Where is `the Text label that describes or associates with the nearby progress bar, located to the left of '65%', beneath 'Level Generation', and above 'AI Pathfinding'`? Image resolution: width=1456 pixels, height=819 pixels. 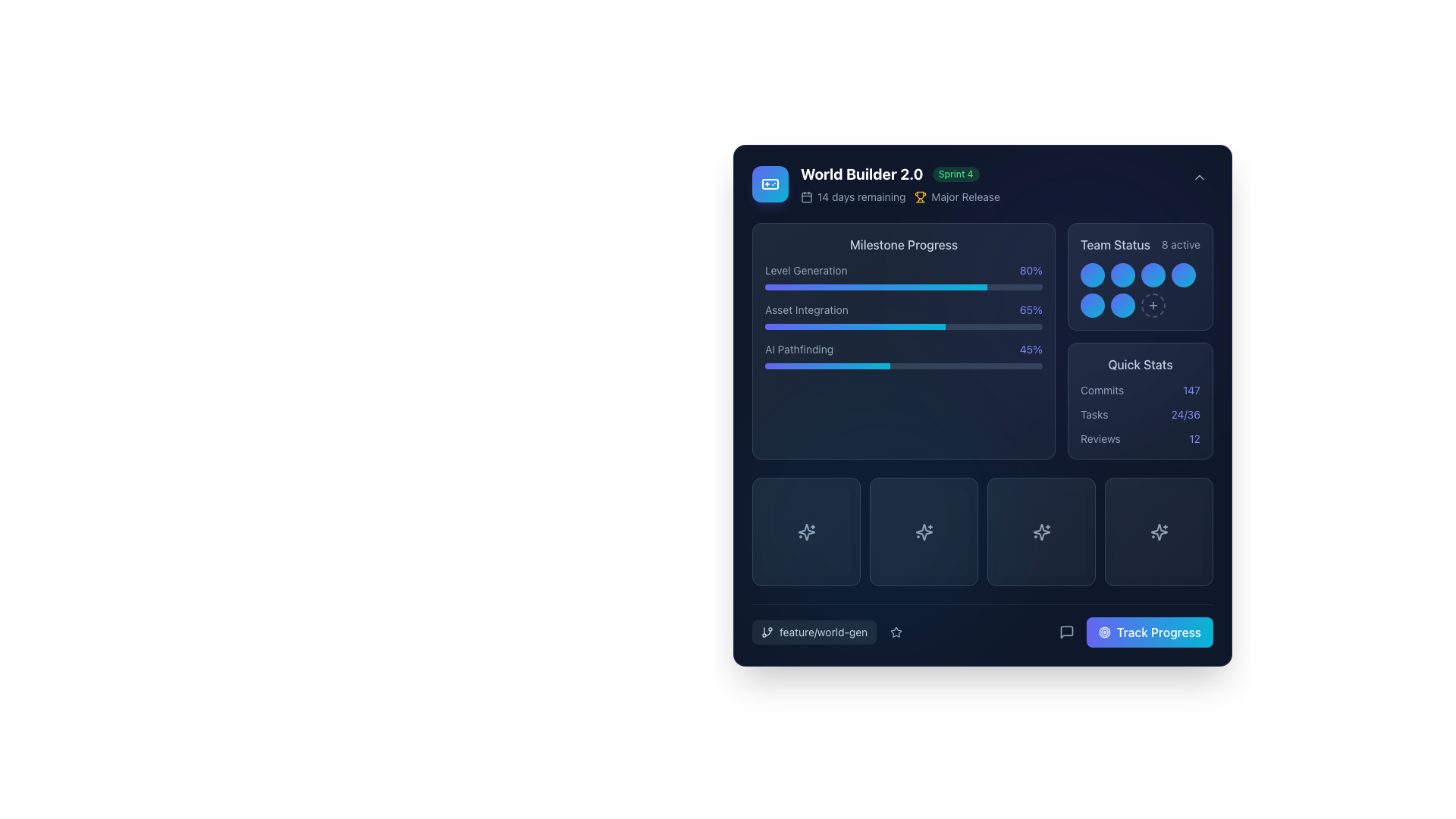 the Text label that describes or associates with the nearby progress bar, located to the left of '65%', beneath 'Level Generation', and above 'AI Pathfinding' is located at coordinates (805, 309).